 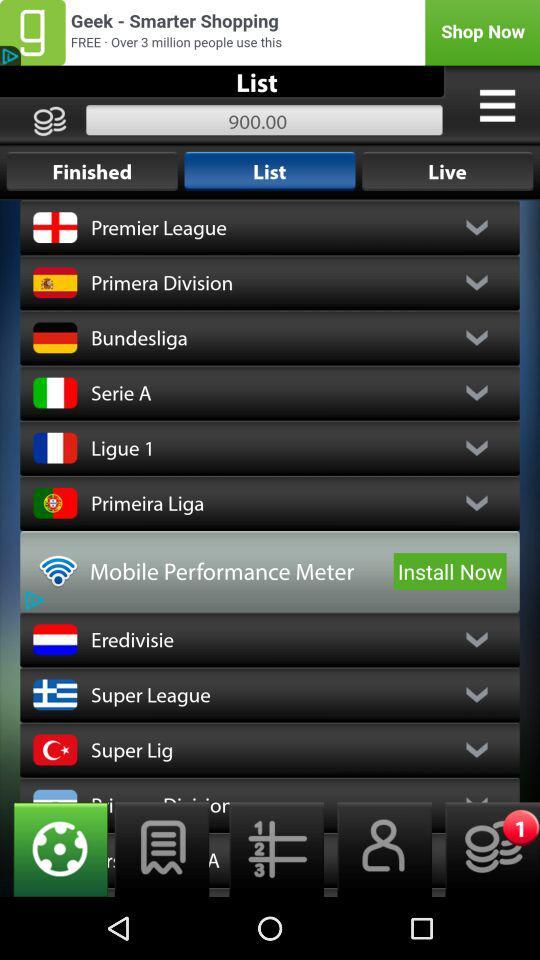 I want to click on the chat icon, so click(x=161, y=909).